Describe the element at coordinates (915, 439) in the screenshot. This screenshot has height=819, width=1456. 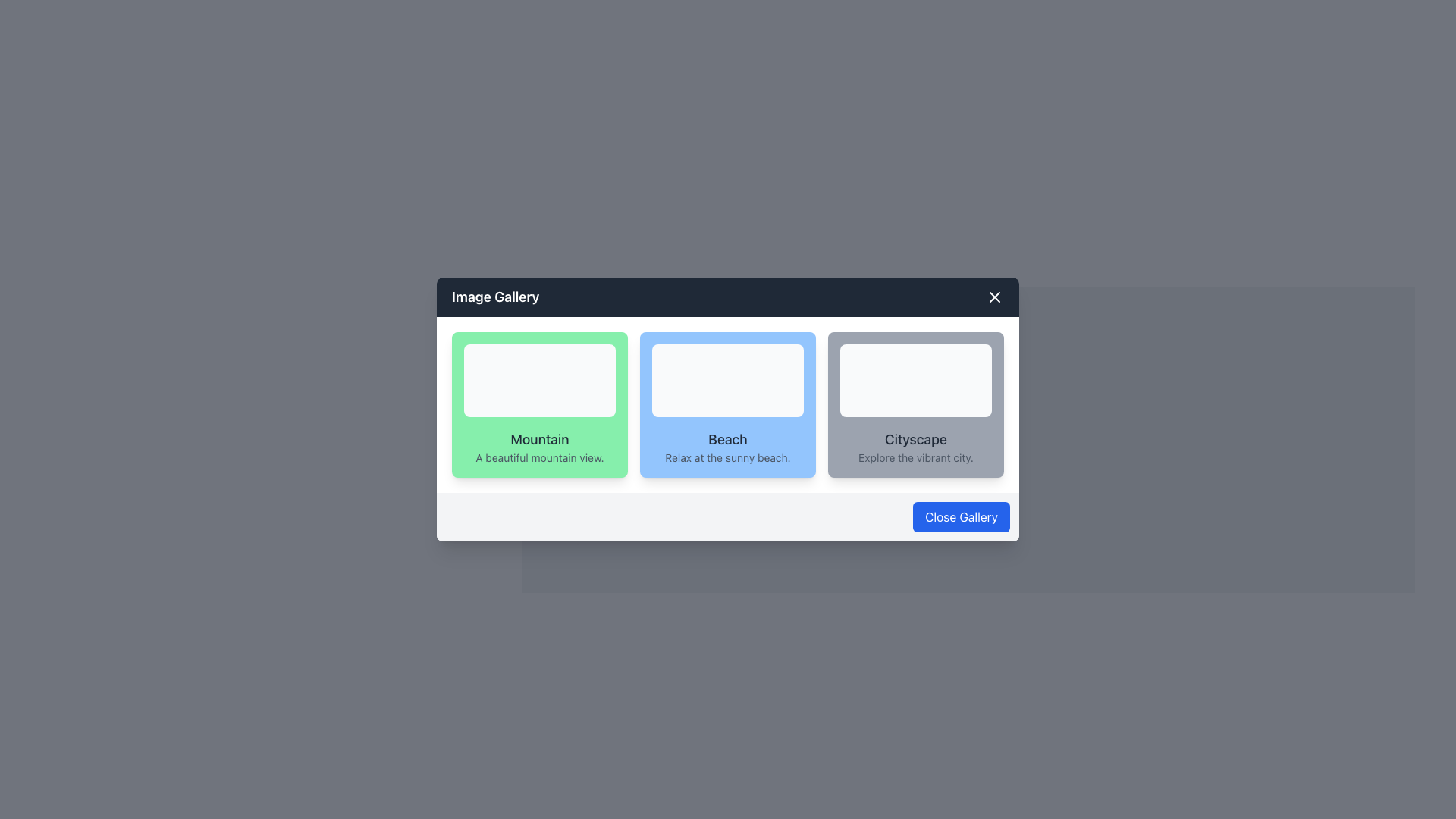
I see `text label that serves as the title of the rightmost card in the gallery, positioned above the subtext 'Explore the vibrant city.'` at that location.